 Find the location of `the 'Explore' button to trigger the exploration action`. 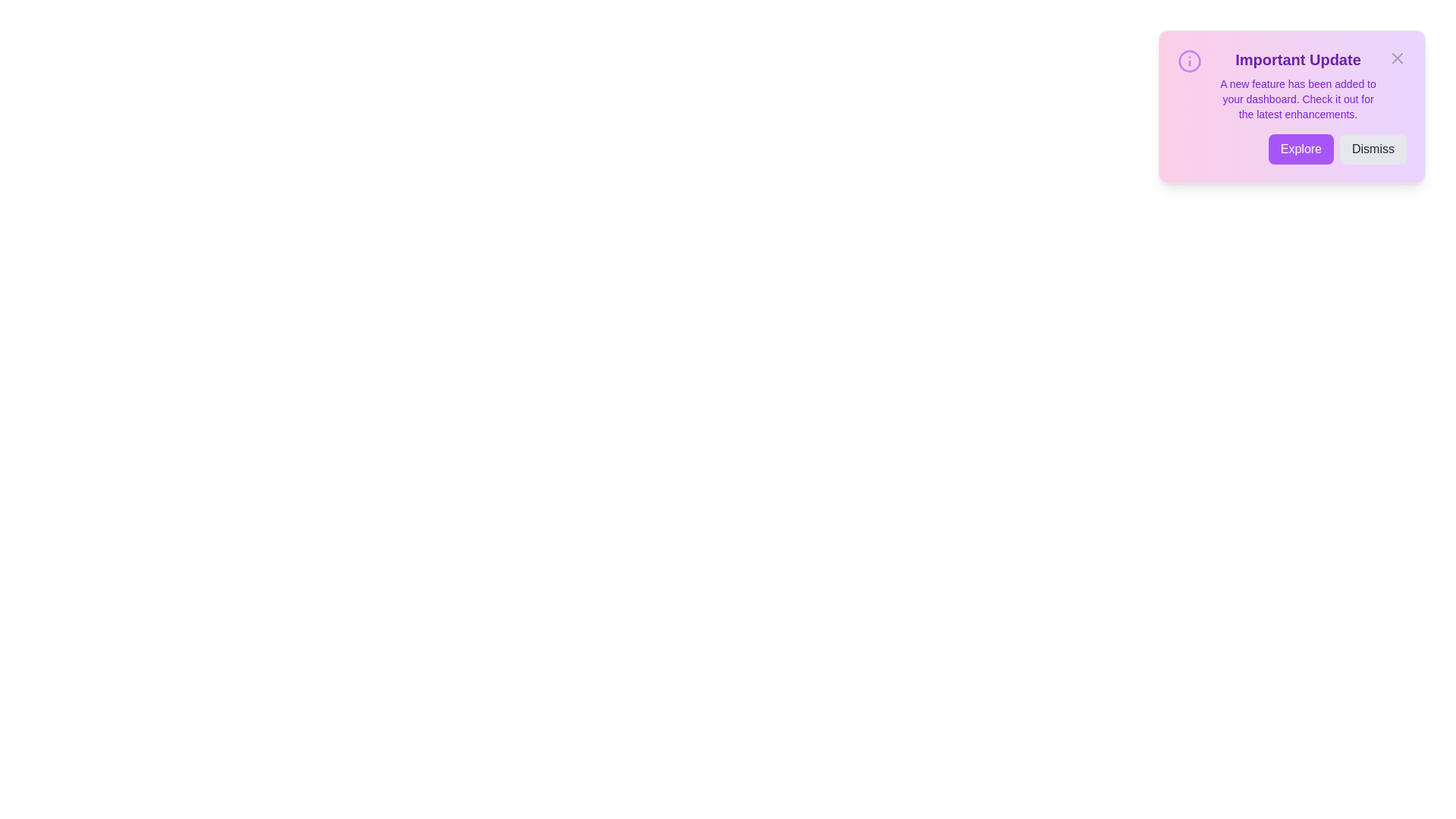

the 'Explore' button to trigger the exploration action is located at coordinates (1300, 149).